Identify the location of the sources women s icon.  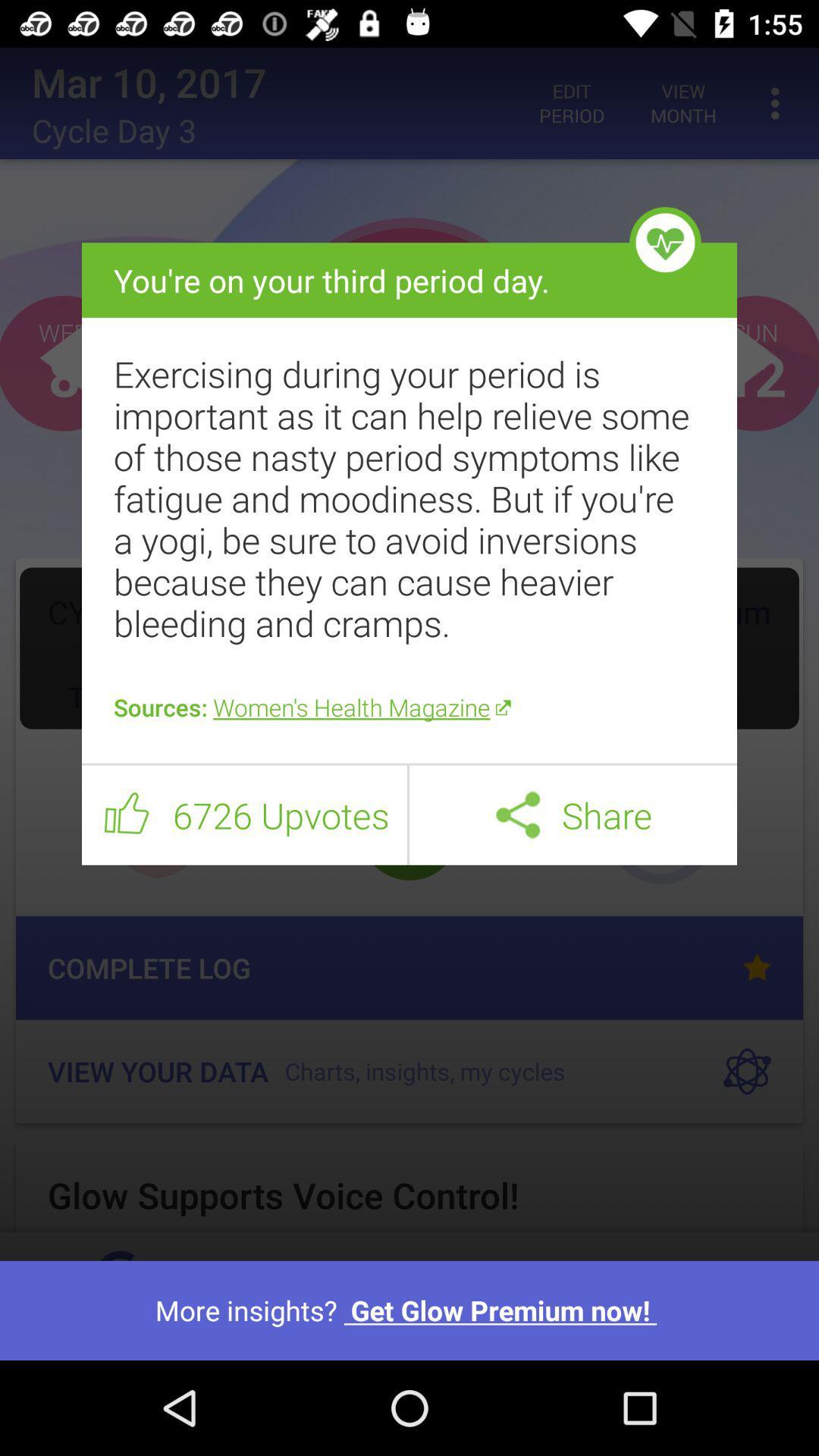
(409, 706).